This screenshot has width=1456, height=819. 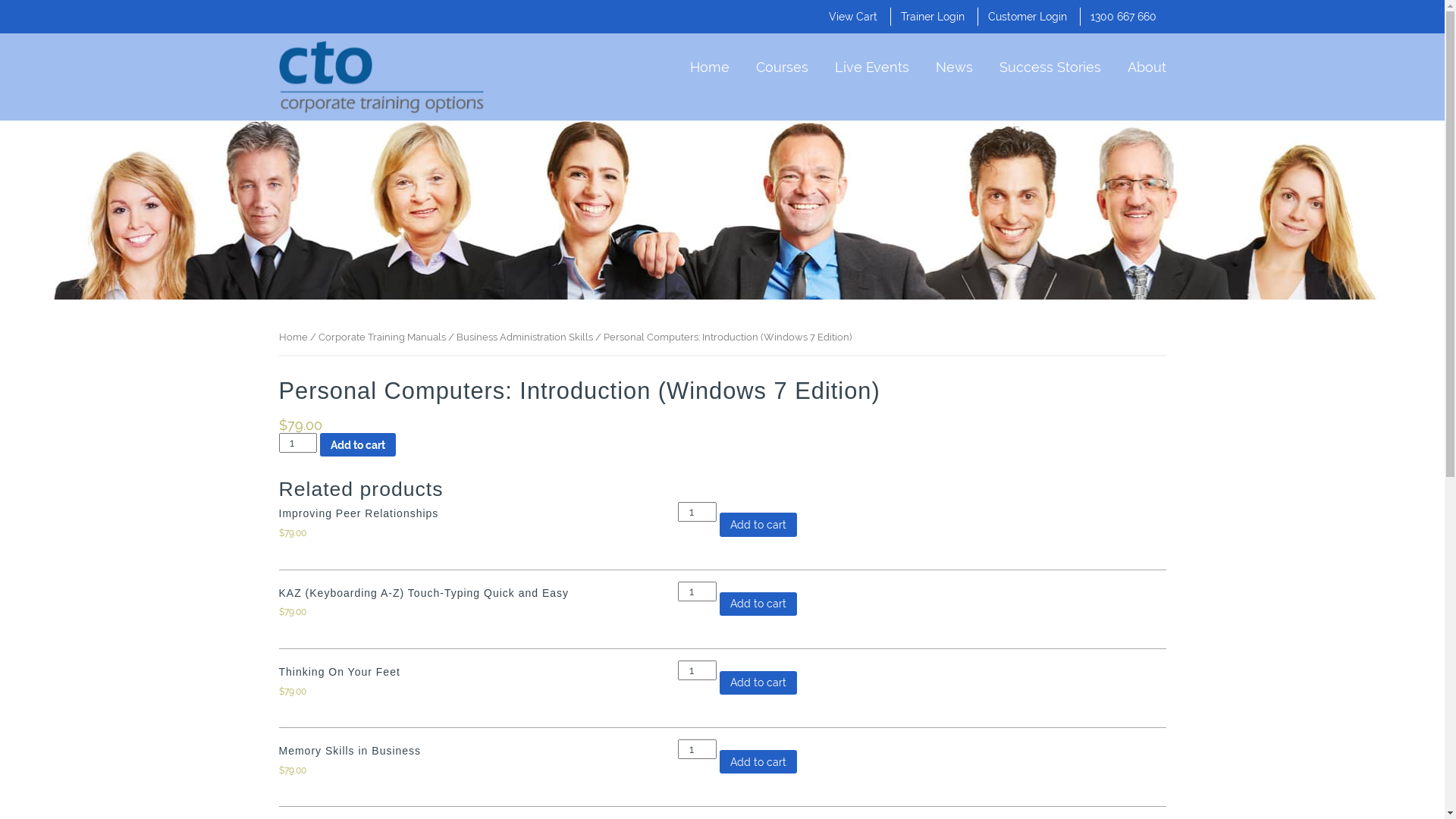 What do you see at coordinates (1026, 17) in the screenshot?
I see `'Customer Login'` at bounding box center [1026, 17].